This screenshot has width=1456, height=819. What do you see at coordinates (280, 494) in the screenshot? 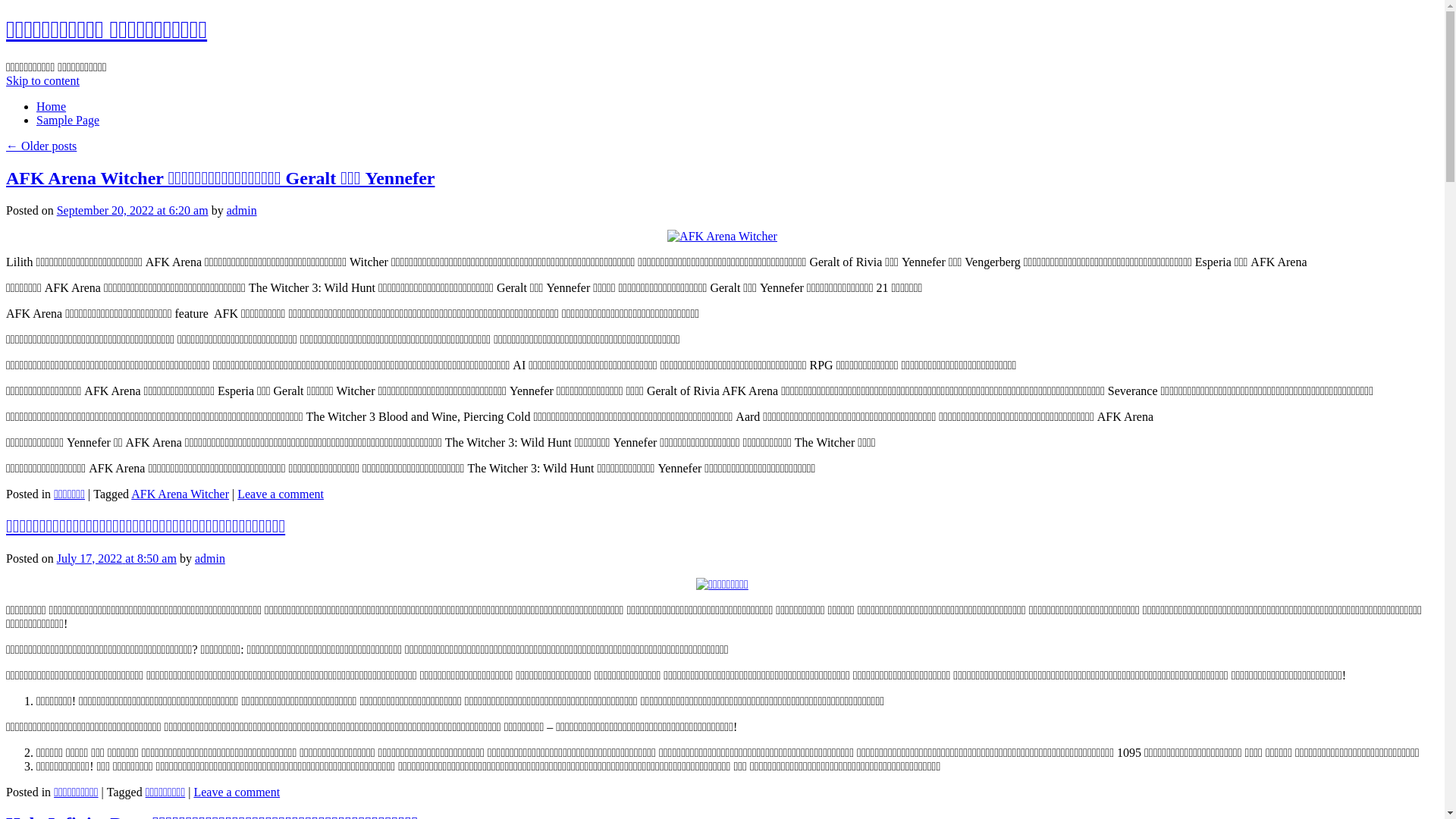
I see `'Leave a comment'` at bounding box center [280, 494].